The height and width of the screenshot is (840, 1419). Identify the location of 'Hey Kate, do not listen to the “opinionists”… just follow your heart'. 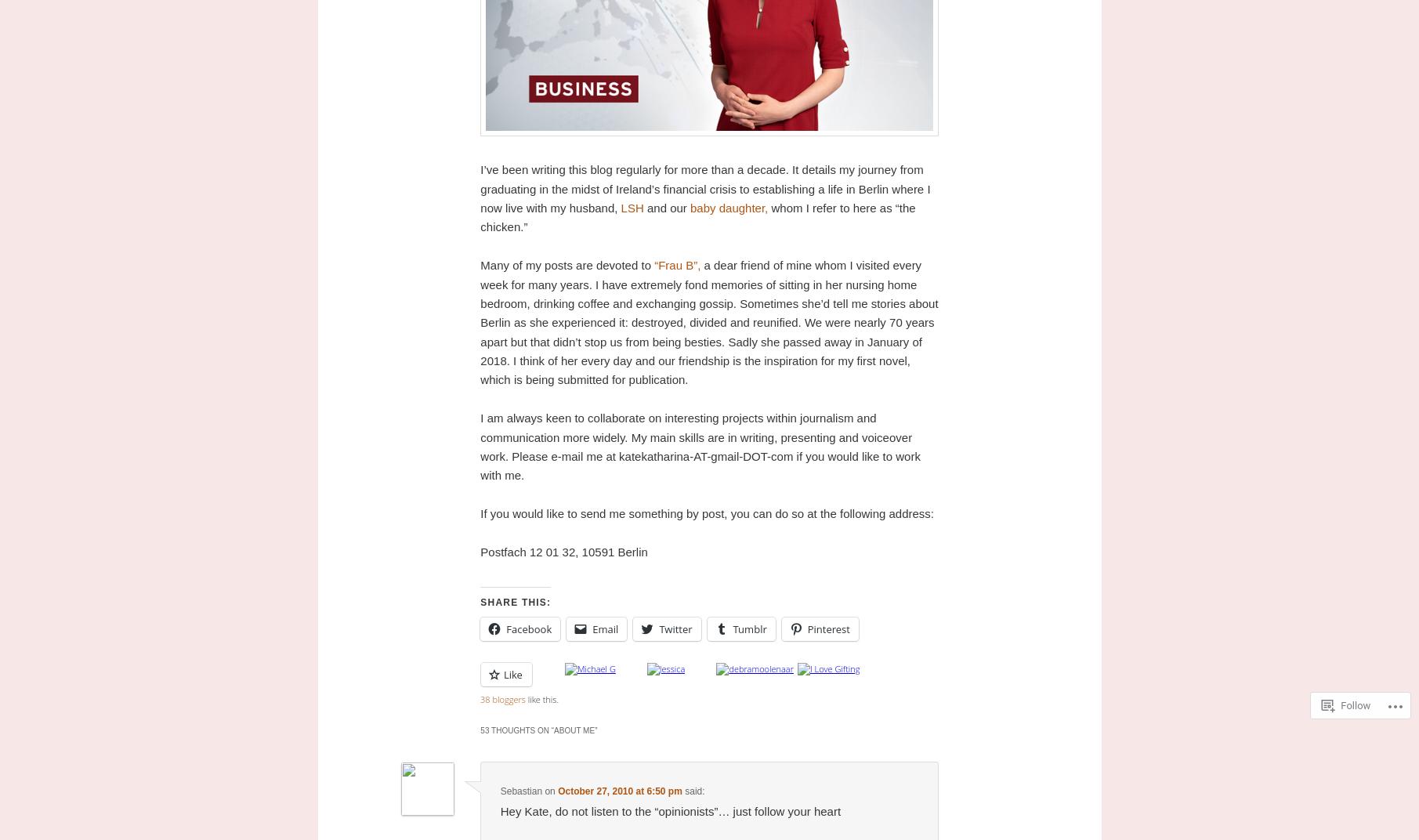
(670, 810).